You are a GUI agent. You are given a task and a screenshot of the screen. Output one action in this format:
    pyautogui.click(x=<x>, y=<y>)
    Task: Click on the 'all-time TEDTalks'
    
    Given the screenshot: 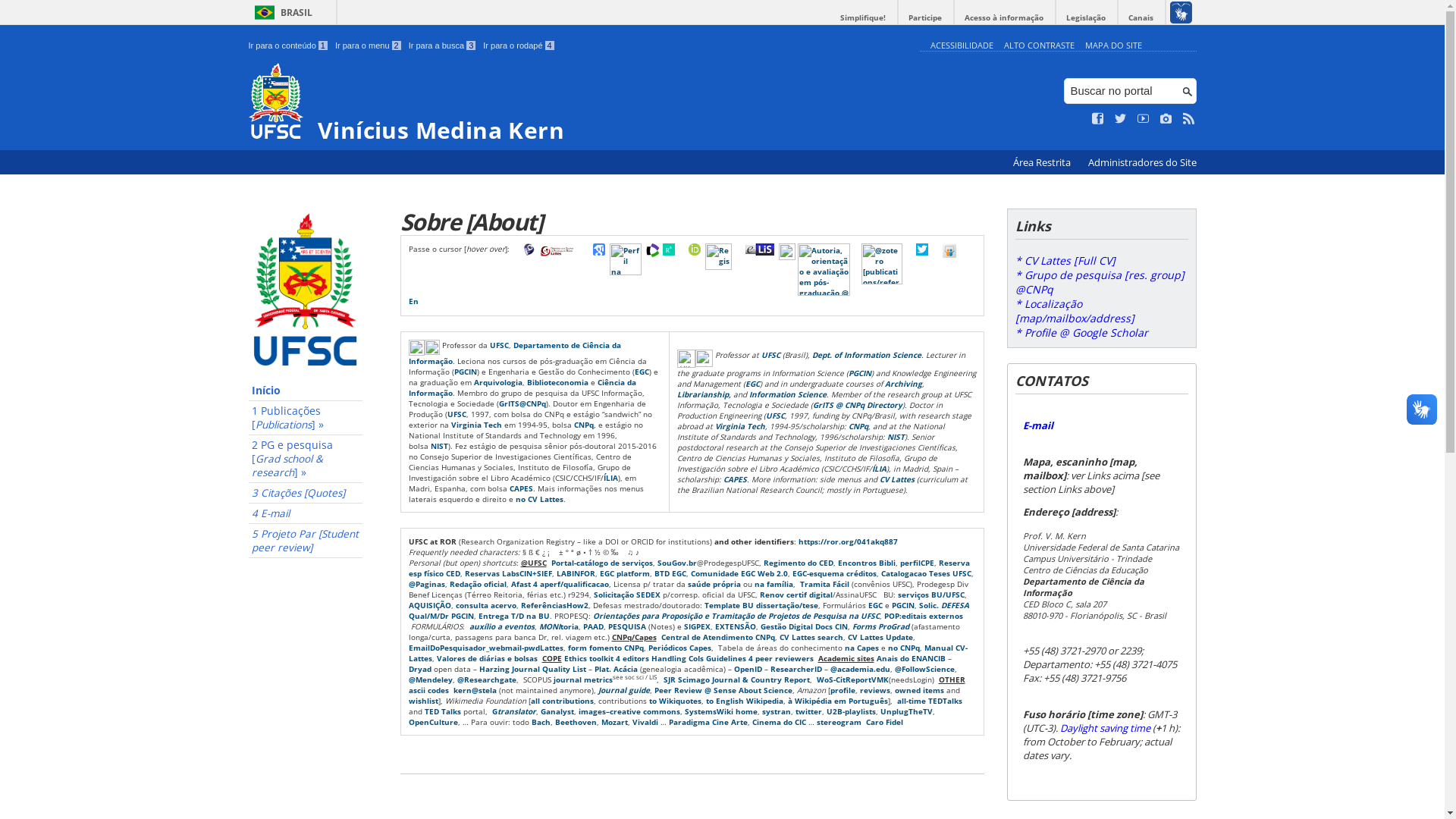 What is the action you would take?
    pyautogui.click(x=927, y=701)
    